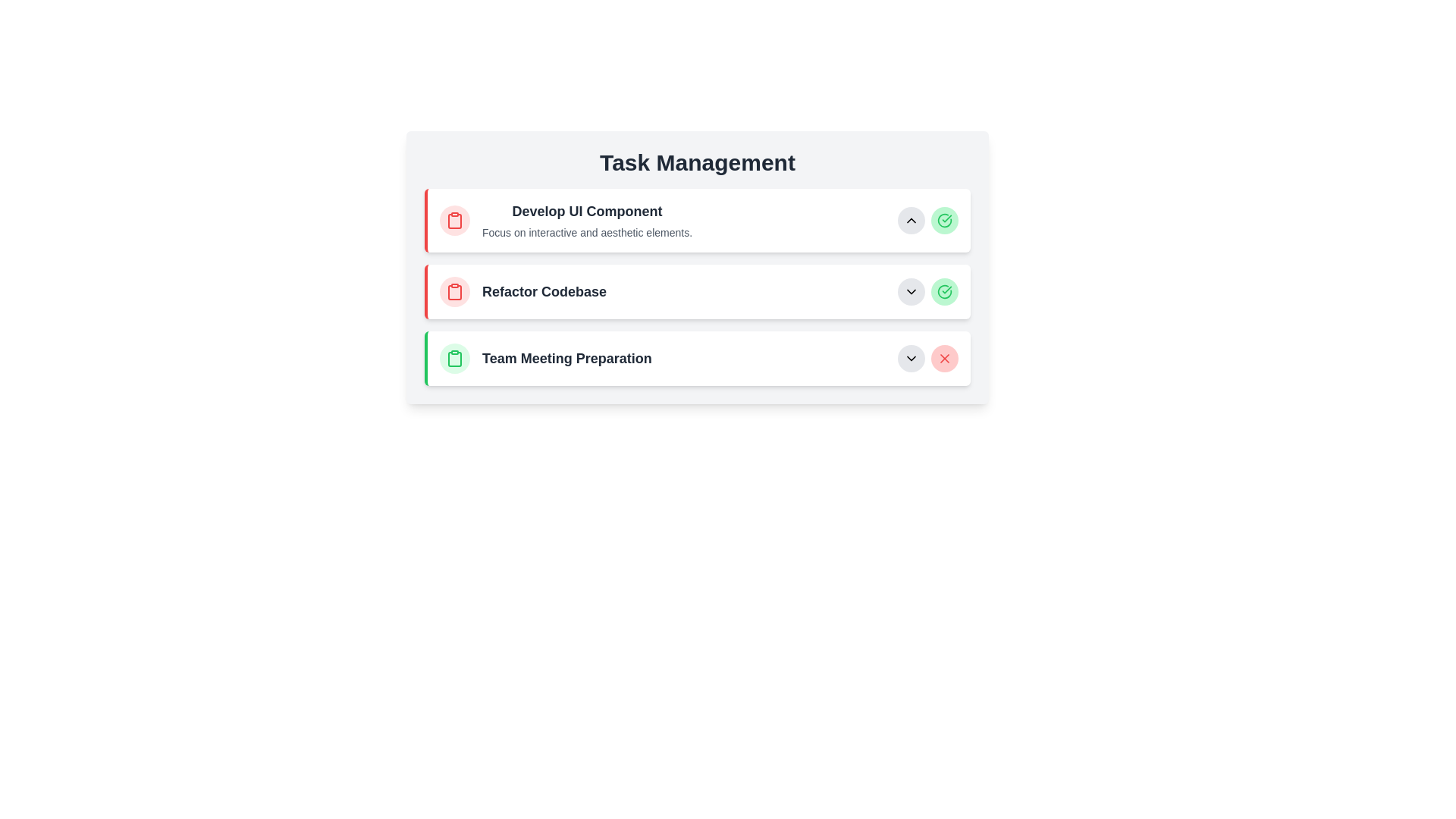 The height and width of the screenshot is (819, 1456). Describe the element at coordinates (944, 359) in the screenshot. I see `the delete/close icon button located on the far right of the 'Team Meeting Preparation' list item` at that location.